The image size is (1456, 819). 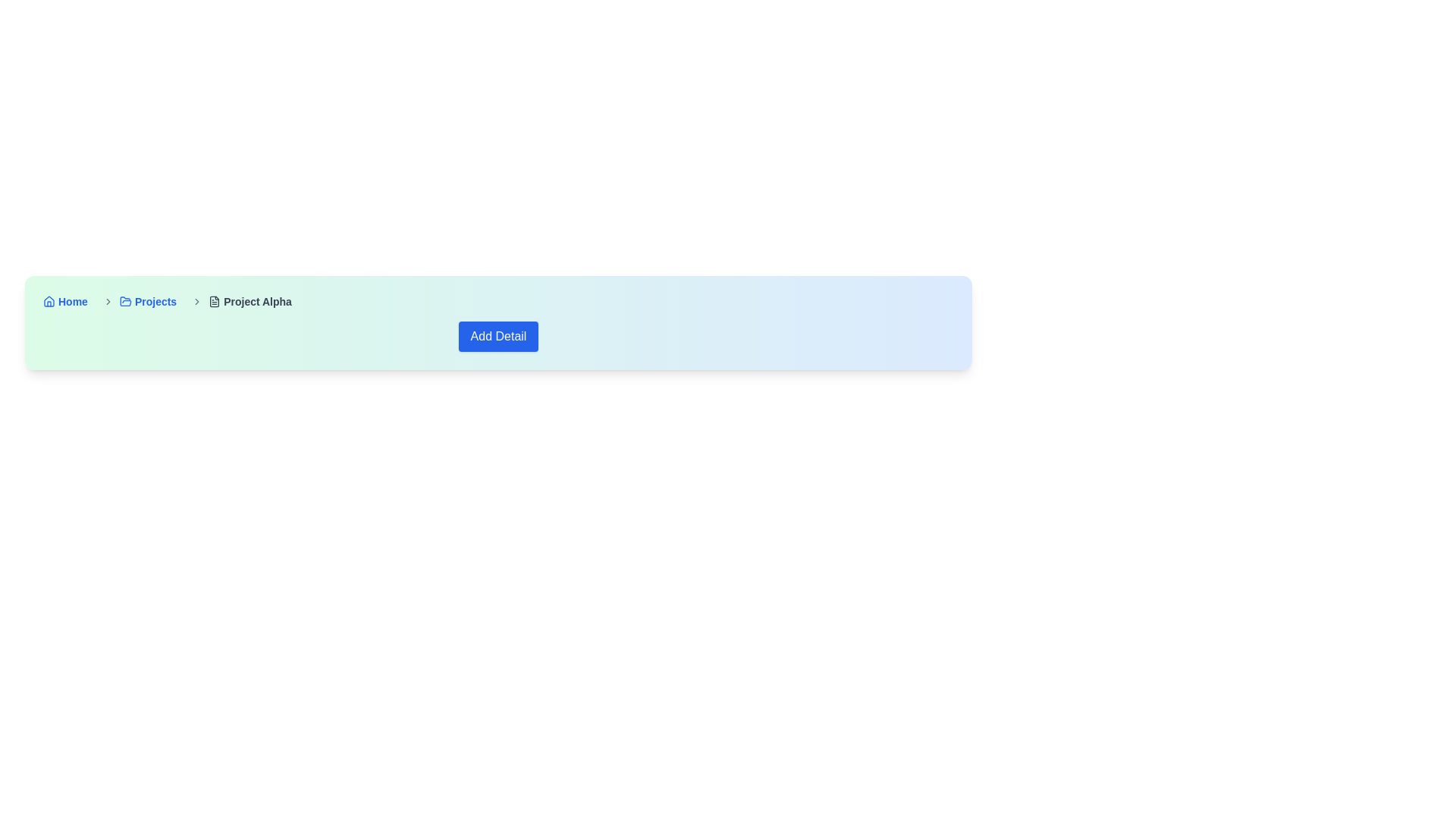 I want to click on the third item in the breadcrumb navigation bar labeled 'Project Alpha', so click(x=238, y=301).